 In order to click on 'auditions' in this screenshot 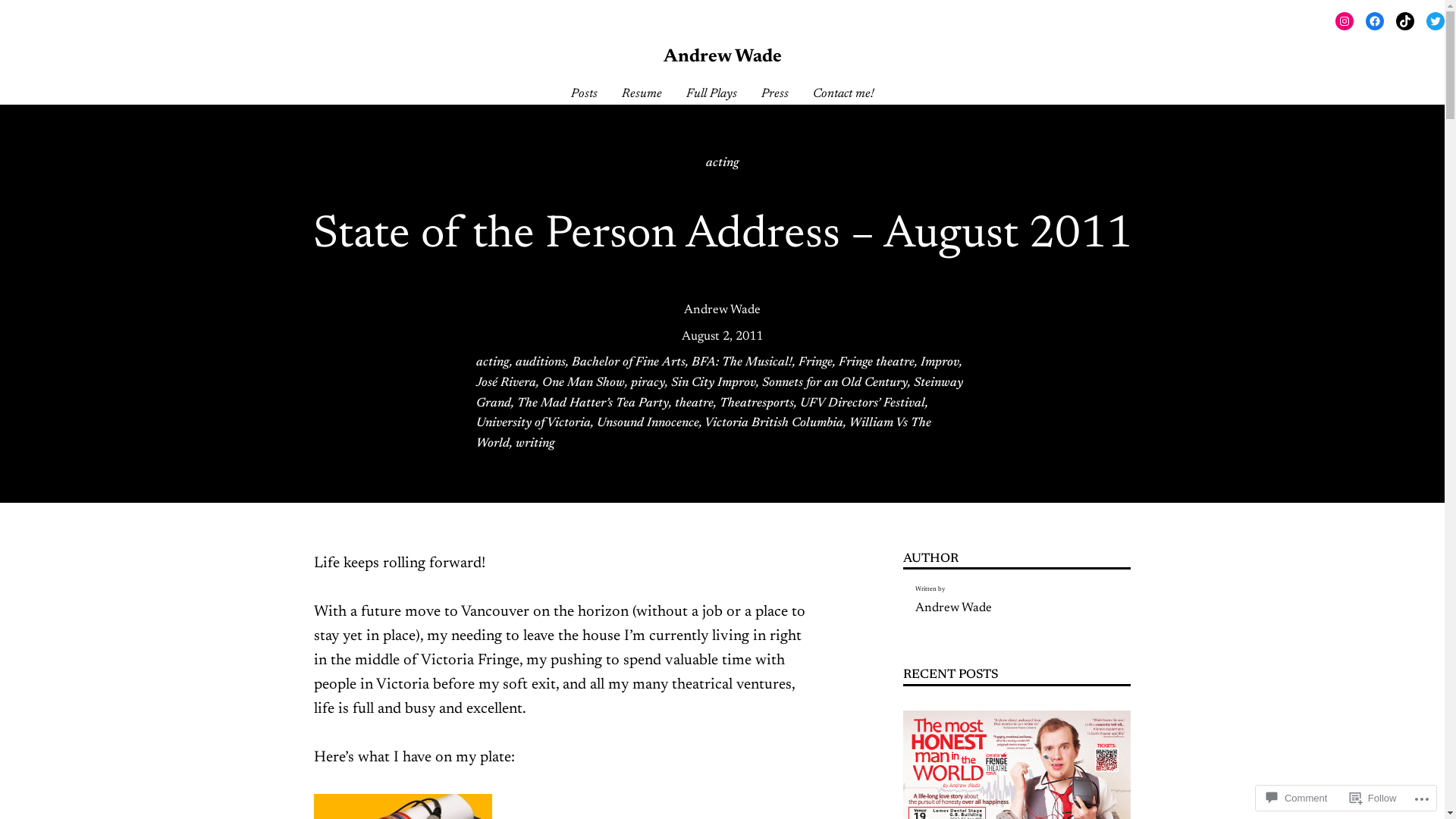, I will do `click(516, 362)`.